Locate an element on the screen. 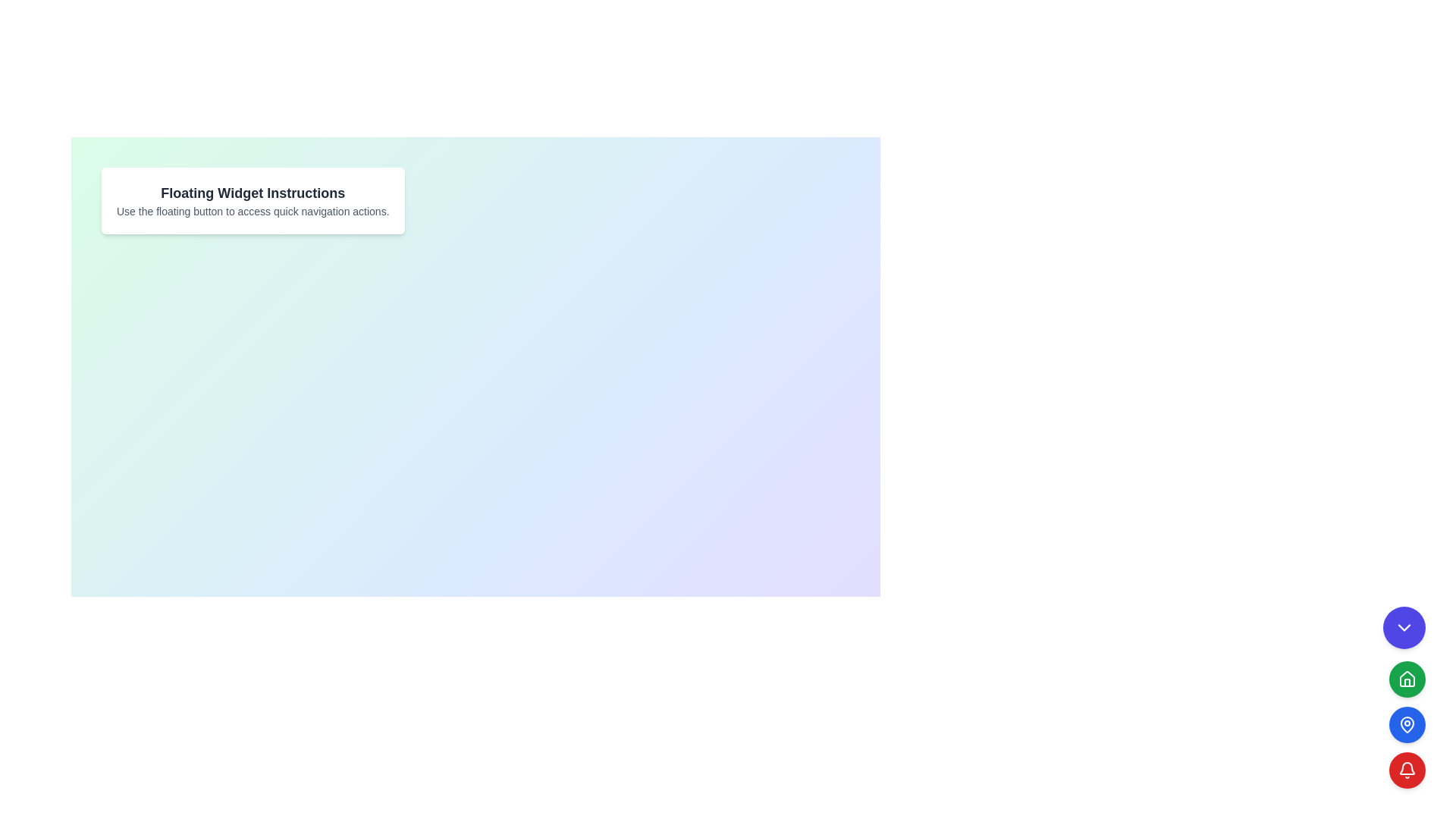 The height and width of the screenshot is (819, 1456). the header text element styled in bold and larger font that reads 'Floating Widget Instructions', located at the top-left region of the interface is located at coordinates (253, 192).